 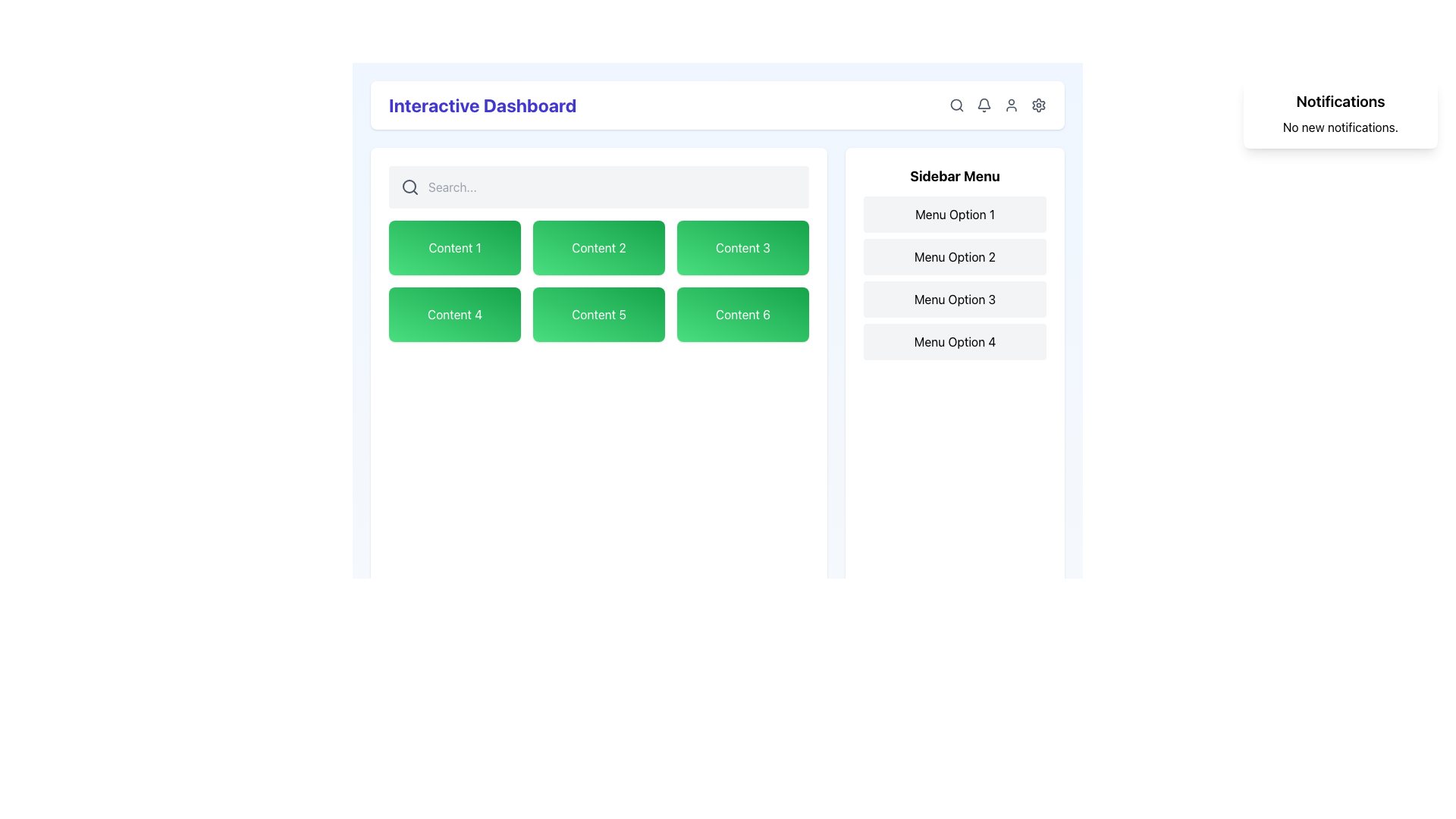 What do you see at coordinates (954, 342) in the screenshot?
I see `the 'Menu Option 4' button in the sidebar navigation to trigger its hover state` at bounding box center [954, 342].